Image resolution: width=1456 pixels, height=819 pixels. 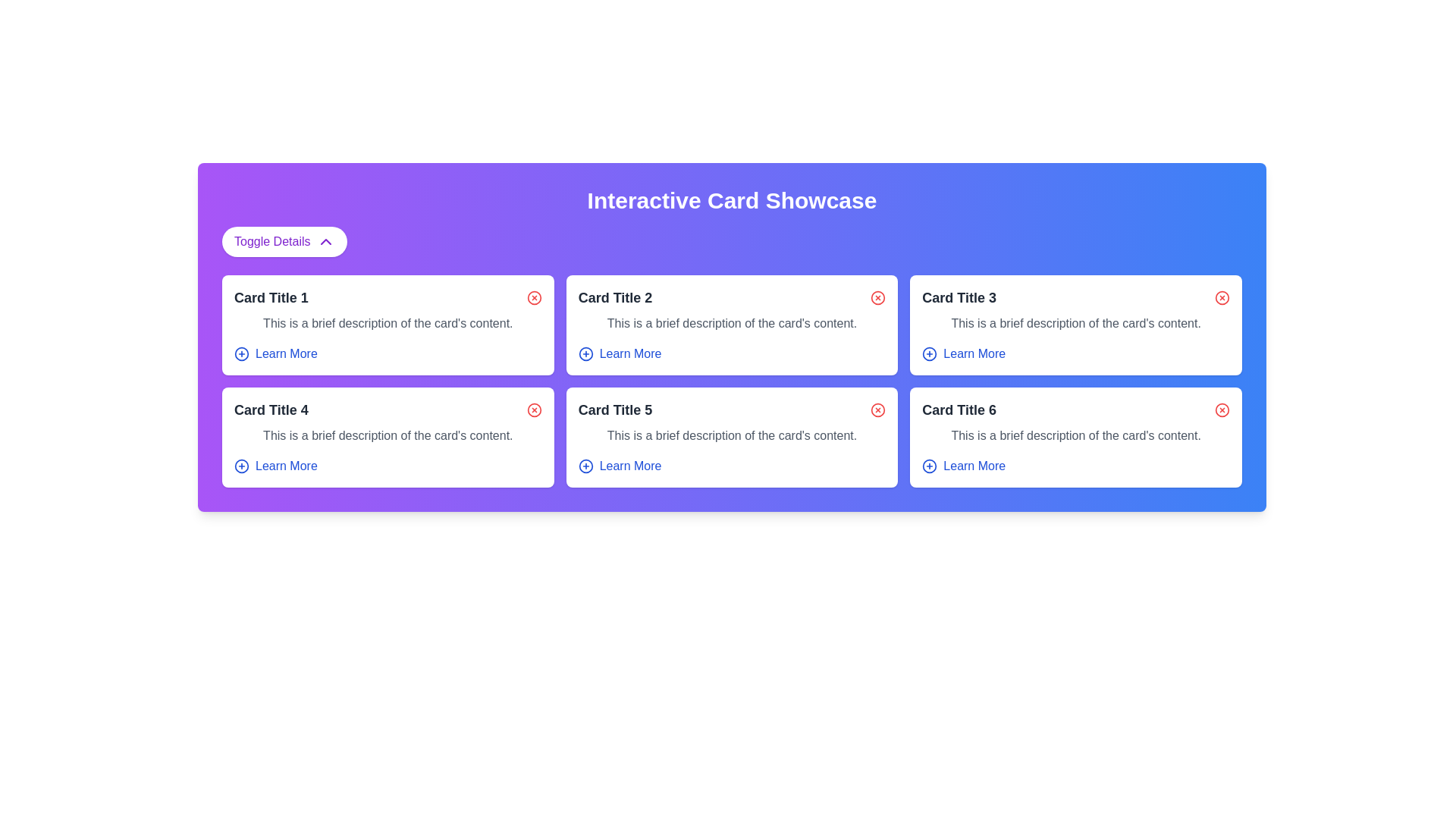 I want to click on the card located in the bottom-right corner of the grid layout to trigger a visual change, so click(x=1075, y=438).